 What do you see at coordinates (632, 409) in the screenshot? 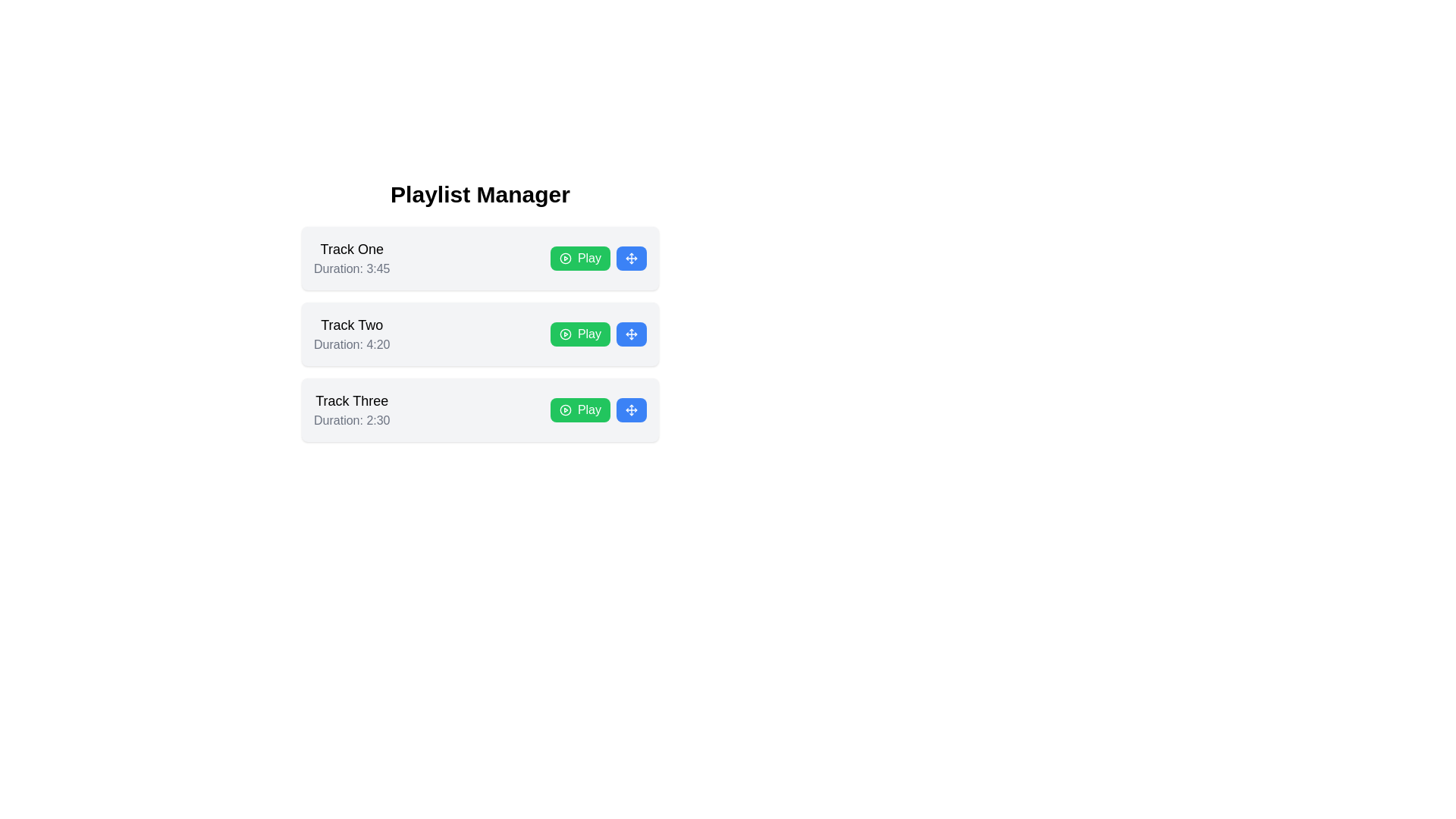
I see `the move icon button with a blue background and white cross-shaped design located in the third row of the playlist manager interface, next to the 'Play' button for 'Track Three' to initiate a move action` at bounding box center [632, 409].